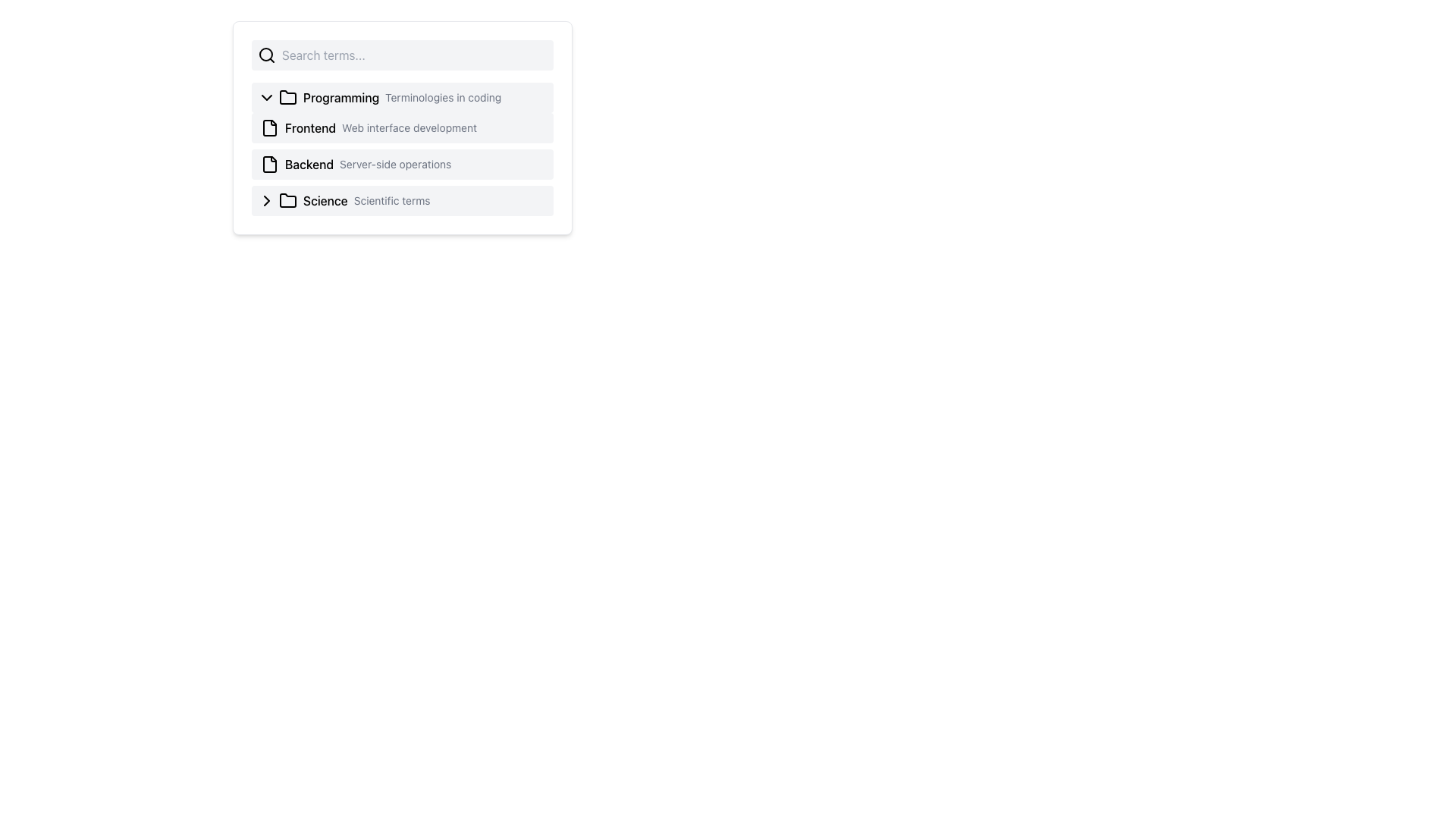  Describe the element at coordinates (340, 97) in the screenshot. I see `the 'Programming' text label which is located within the first list item of the expandable menu, positioned to the right of a folder icon` at that location.